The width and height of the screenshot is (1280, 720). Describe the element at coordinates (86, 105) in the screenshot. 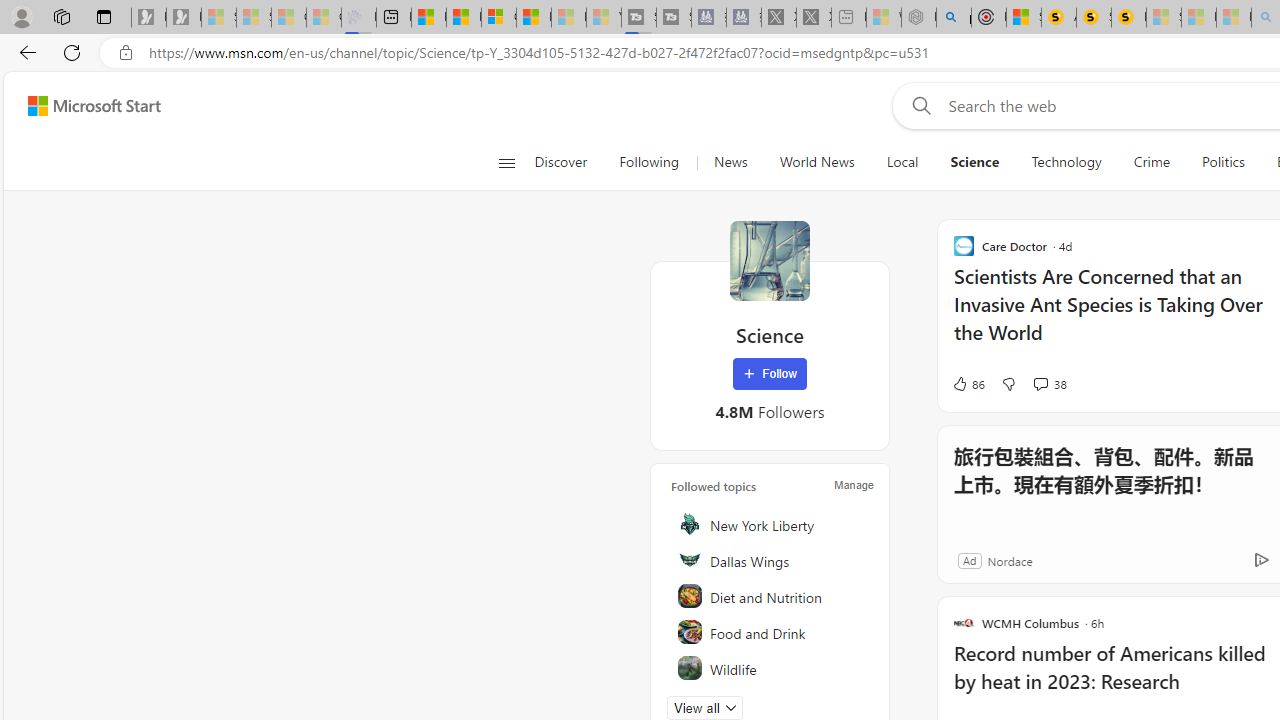

I see `'Skip to content'` at that location.